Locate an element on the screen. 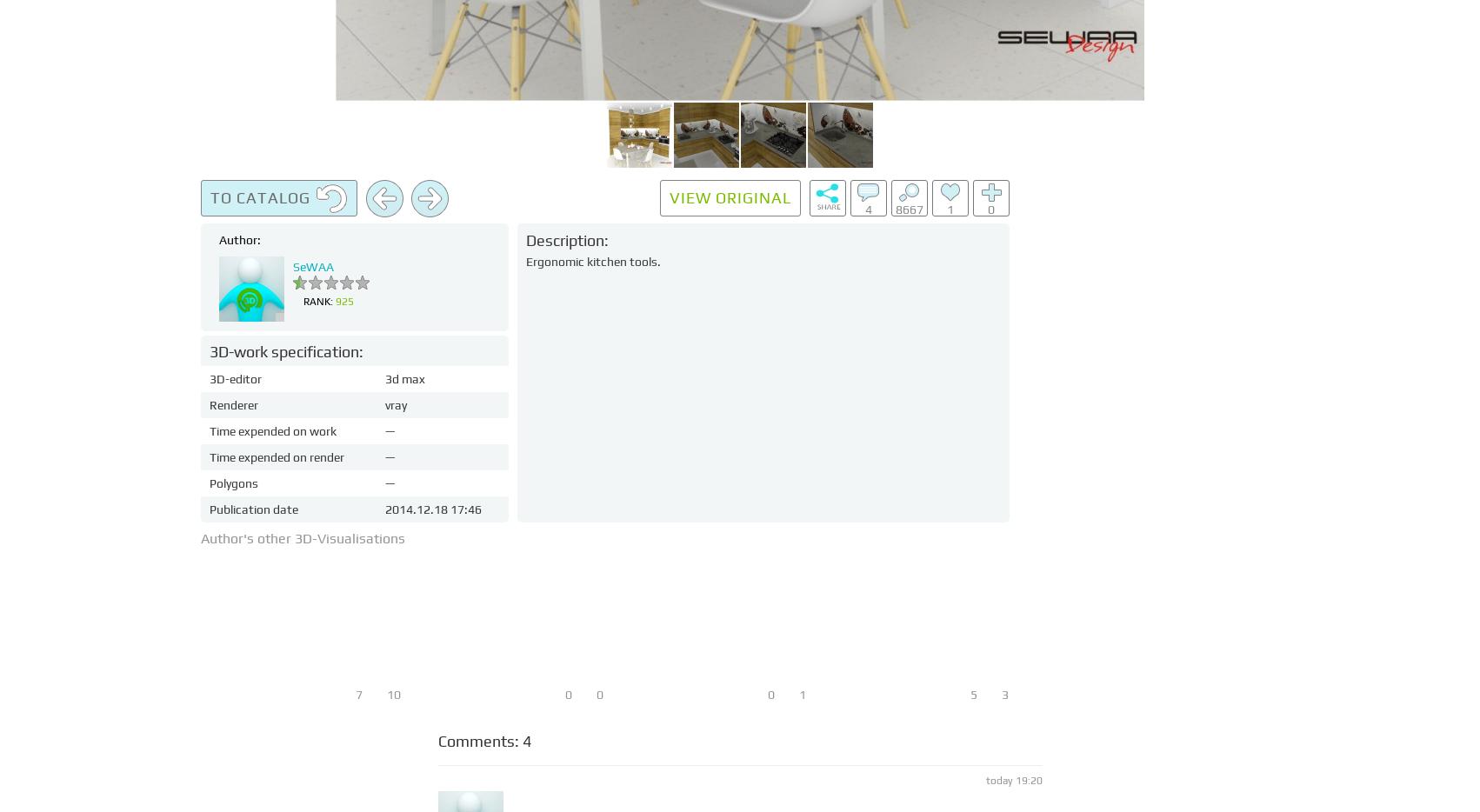 Image resolution: width=1480 pixels, height=812 pixels. 'Author:' is located at coordinates (239, 239).